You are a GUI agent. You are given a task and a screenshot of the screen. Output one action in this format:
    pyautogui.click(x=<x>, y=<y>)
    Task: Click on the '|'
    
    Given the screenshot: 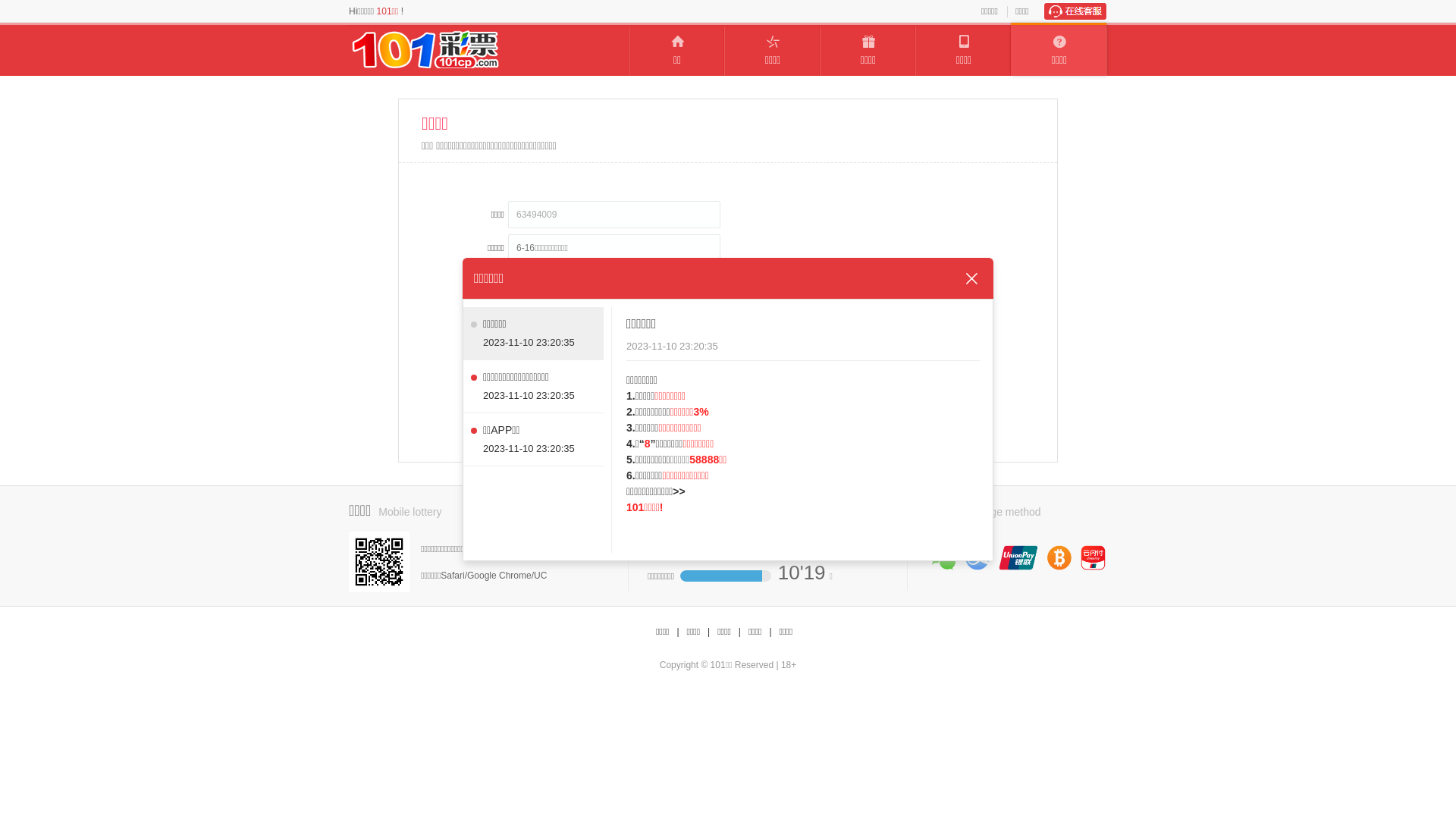 What is the action you would take?
    pyautogui.click(x=739, y=632)
    